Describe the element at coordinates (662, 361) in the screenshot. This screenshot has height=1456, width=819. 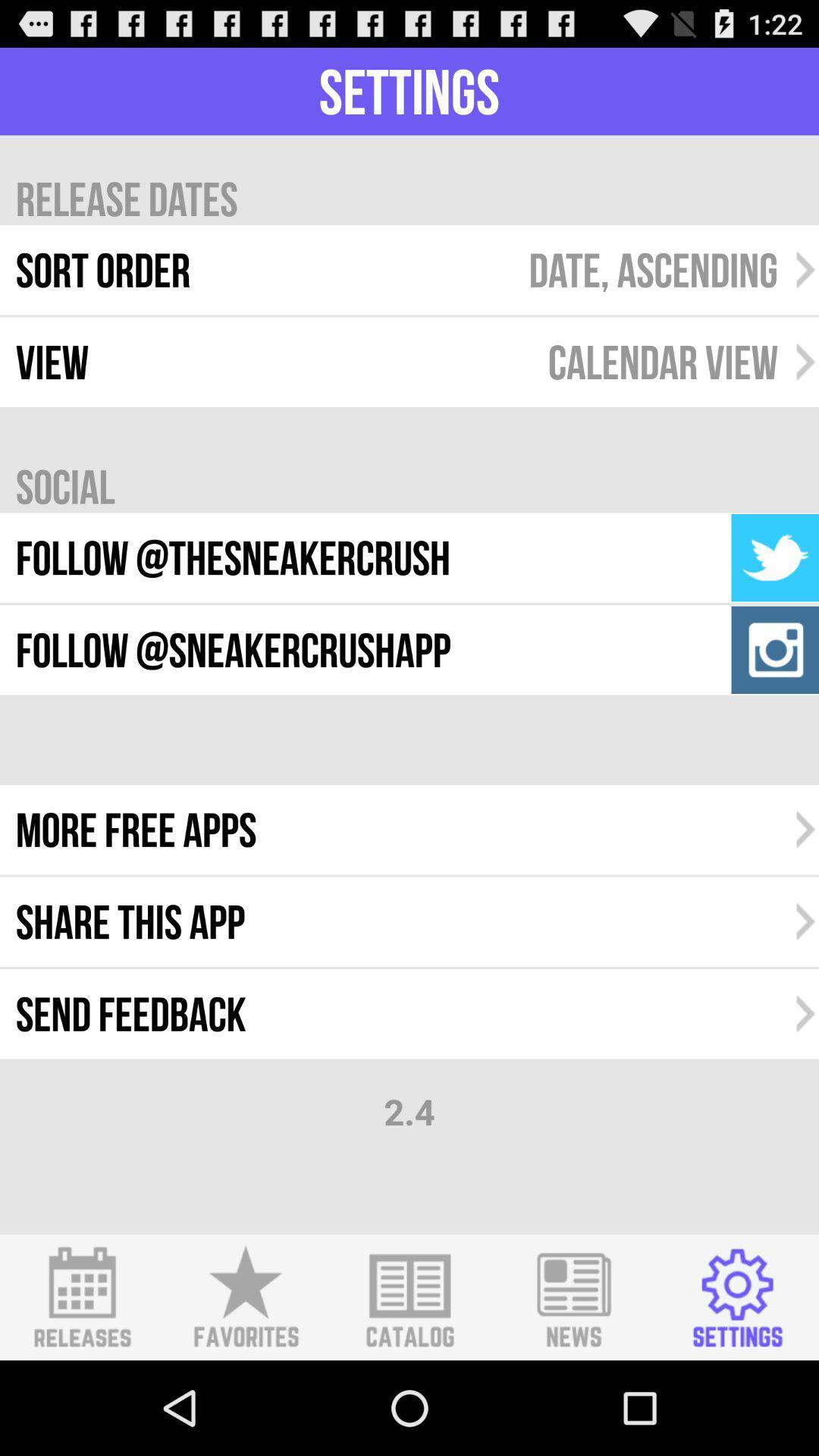
I see `app above the social item` at that location.